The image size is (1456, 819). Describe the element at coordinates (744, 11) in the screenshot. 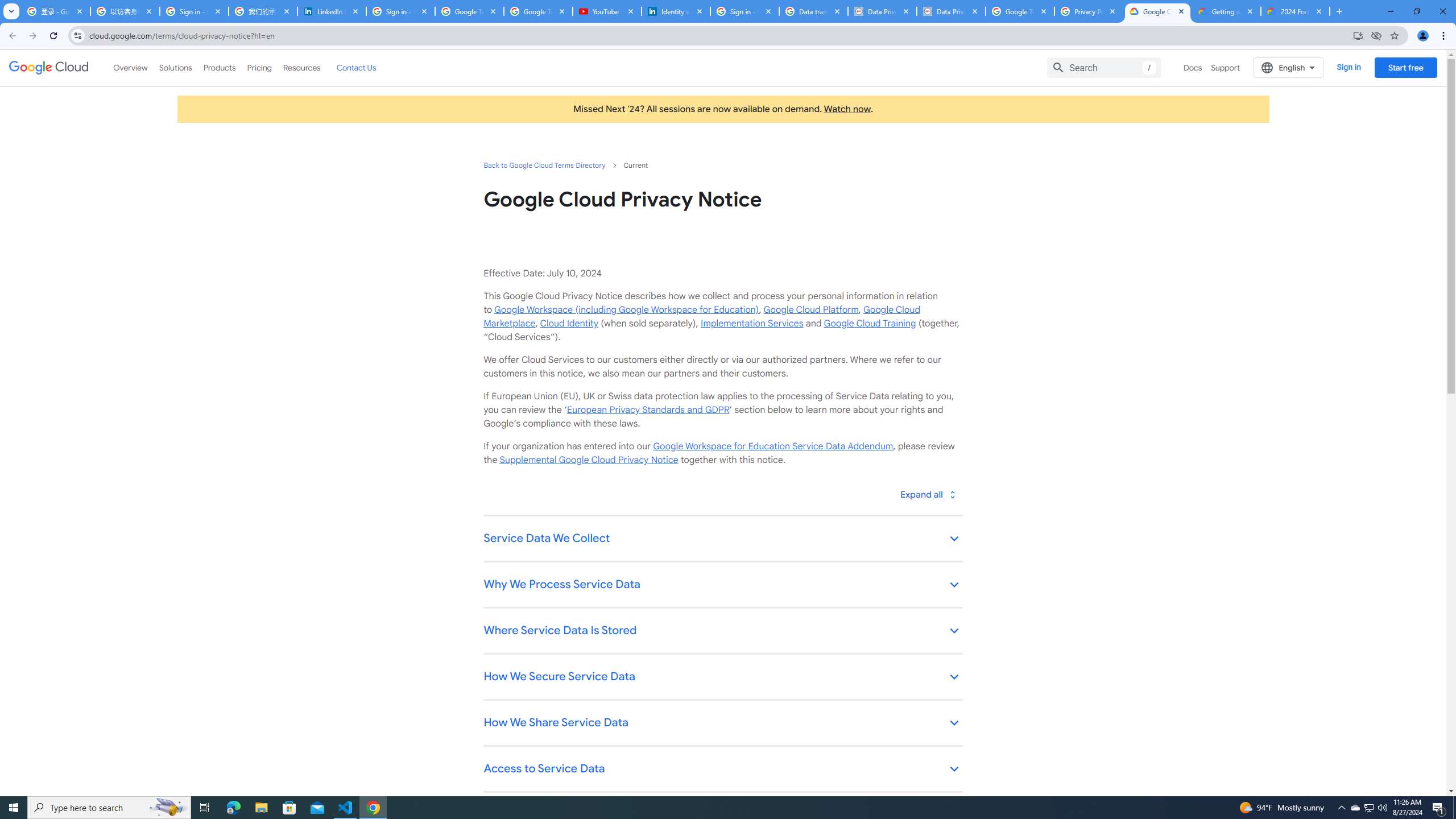

I see `'Sign in - Google Accounts'` at that location.